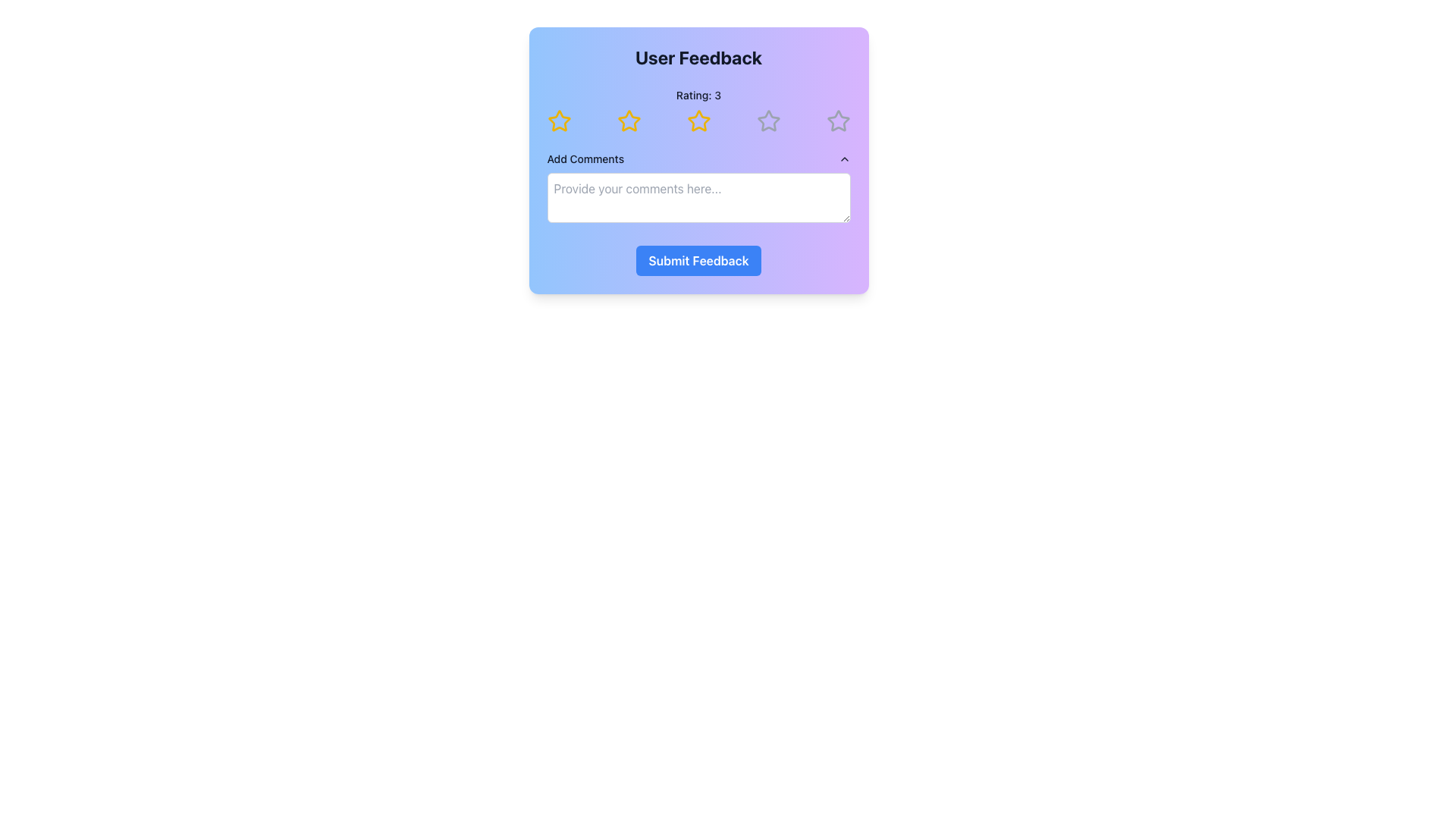  Describe the element at coordinates (558, 120) in the screenshot. I see `the cursor across the star rating control` at that location.